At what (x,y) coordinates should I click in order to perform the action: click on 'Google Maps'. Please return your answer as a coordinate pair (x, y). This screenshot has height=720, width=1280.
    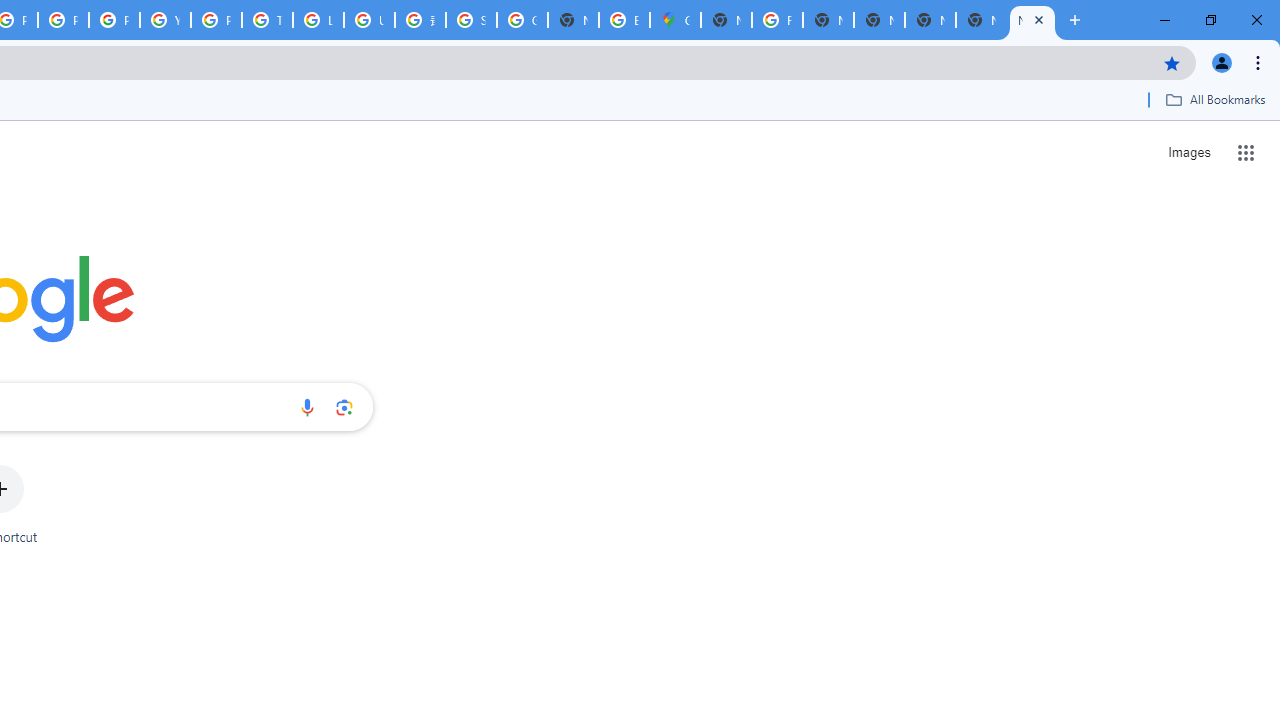
    Looking at the image, I should click on (675, 20).